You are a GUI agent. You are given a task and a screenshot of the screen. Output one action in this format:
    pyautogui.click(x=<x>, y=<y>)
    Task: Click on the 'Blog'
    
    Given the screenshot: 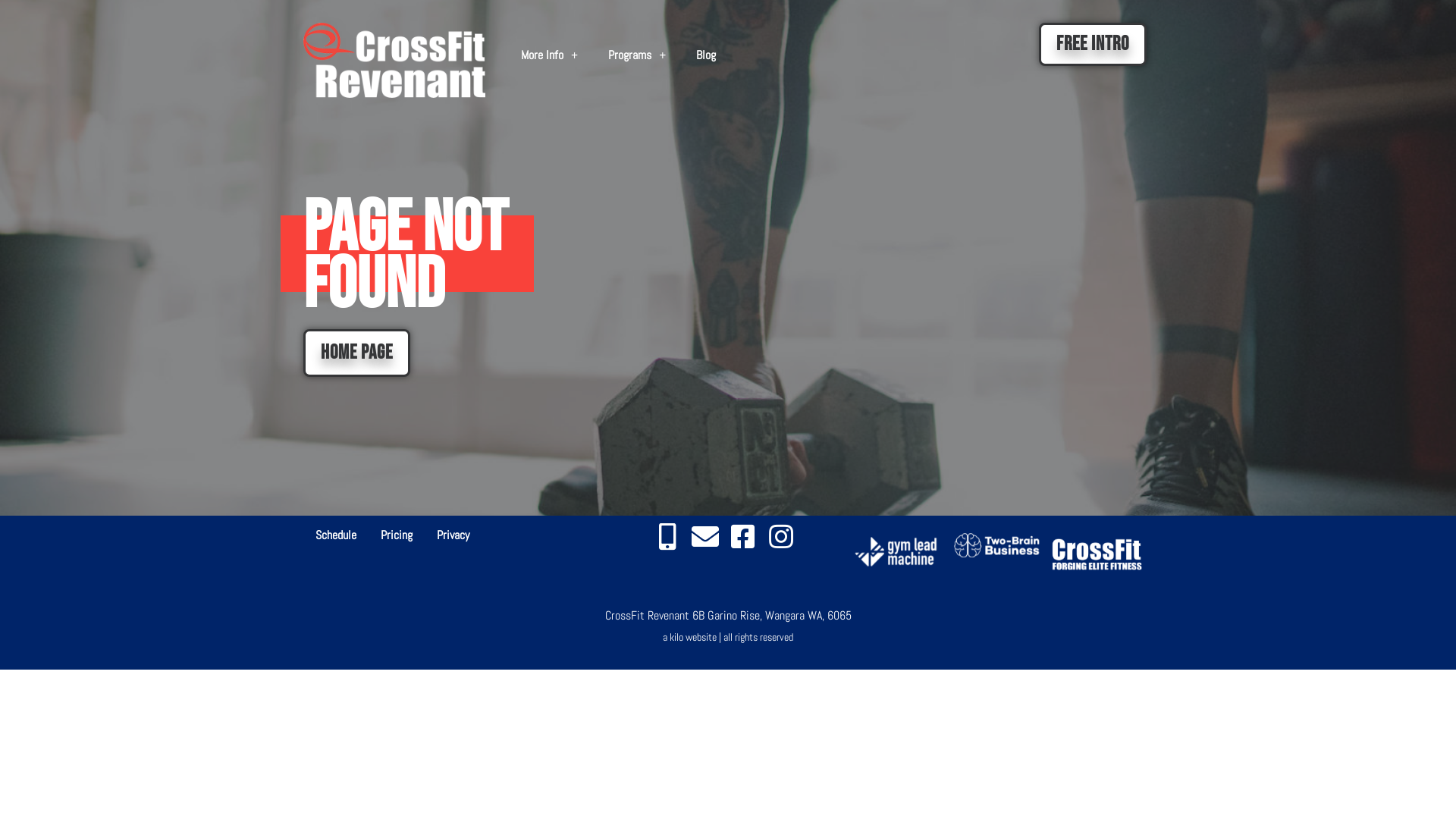 What is the action you would take?
    pyautogui.click(x=679, y=55)
    